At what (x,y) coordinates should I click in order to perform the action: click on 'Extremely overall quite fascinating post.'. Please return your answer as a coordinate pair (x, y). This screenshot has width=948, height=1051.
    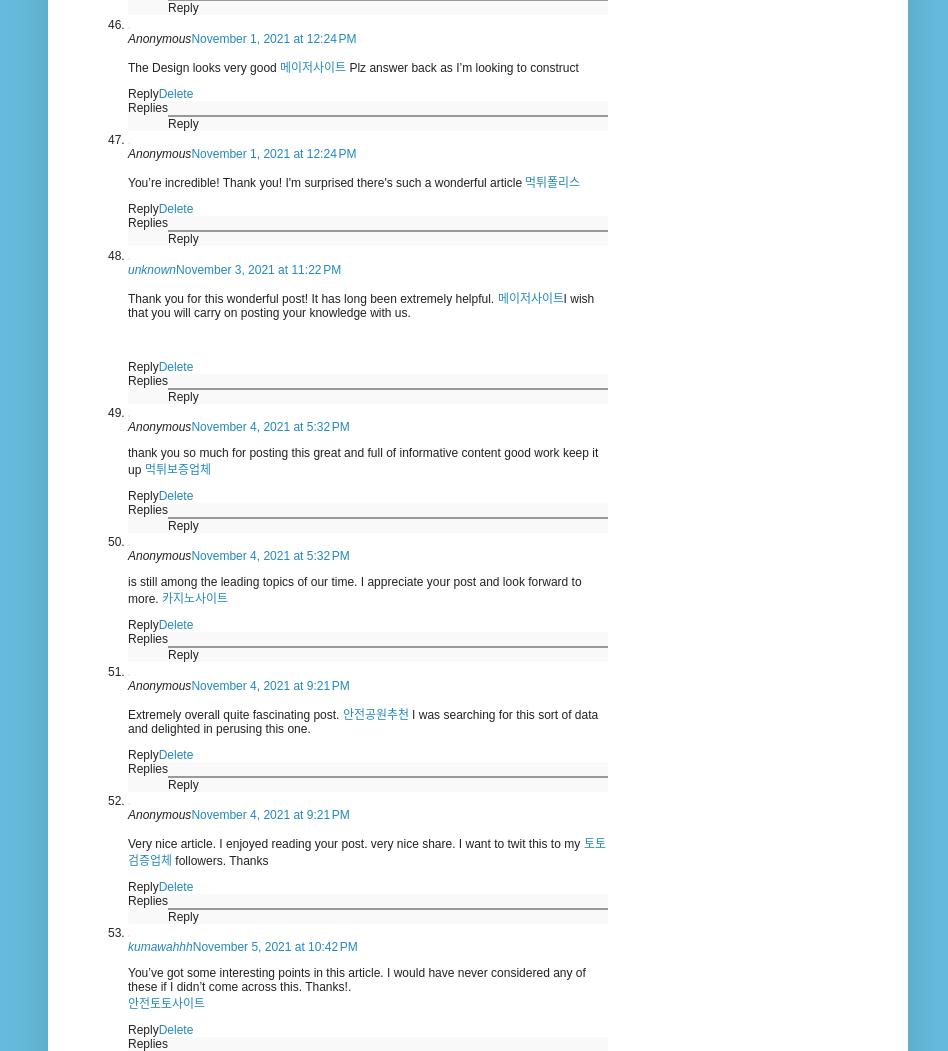
    Looking at the image, I should click on (234, 713).